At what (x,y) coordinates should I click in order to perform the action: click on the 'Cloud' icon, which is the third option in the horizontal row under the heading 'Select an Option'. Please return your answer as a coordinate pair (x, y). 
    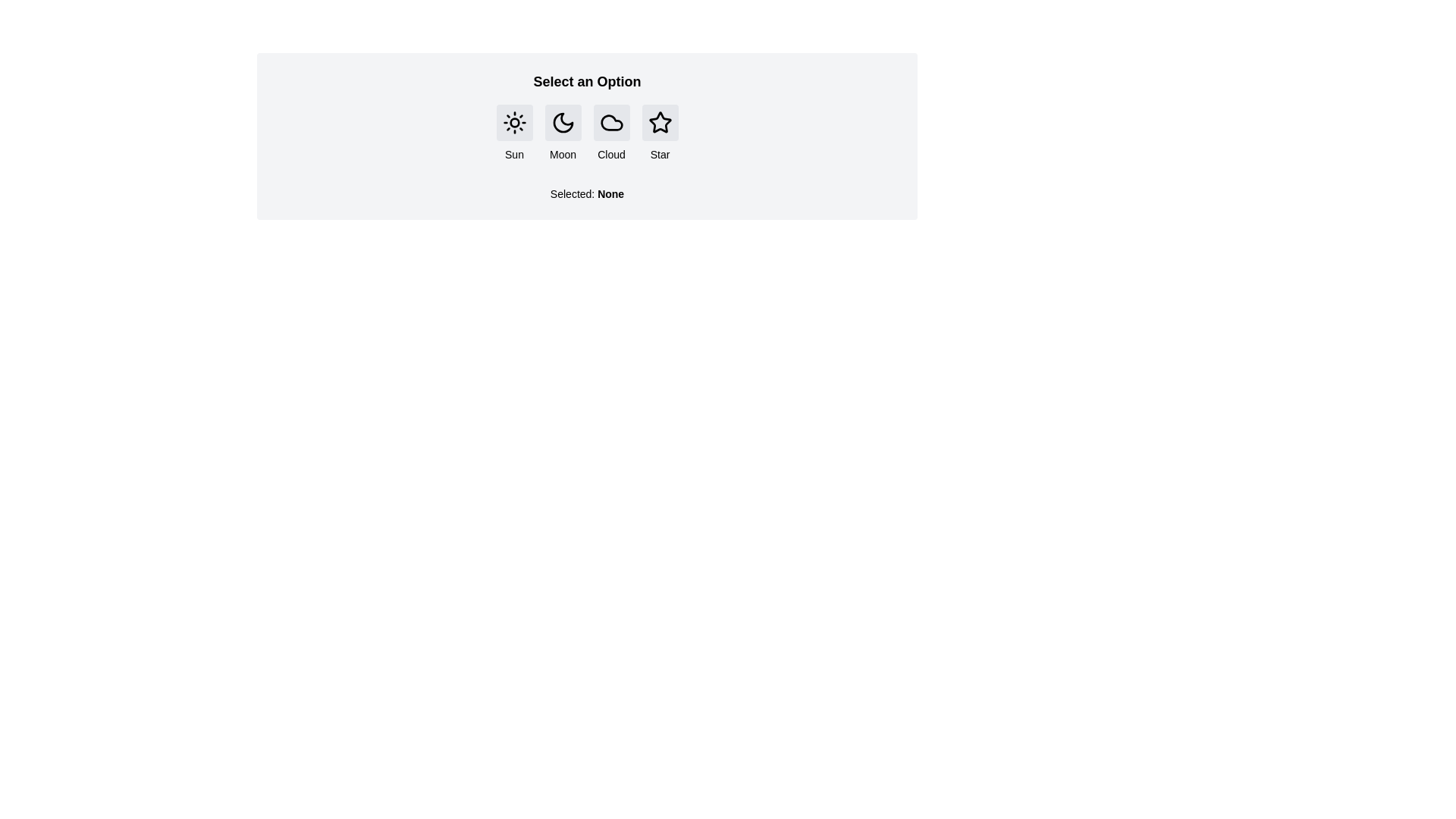
    Looking at the image, I should click on (611, 122).